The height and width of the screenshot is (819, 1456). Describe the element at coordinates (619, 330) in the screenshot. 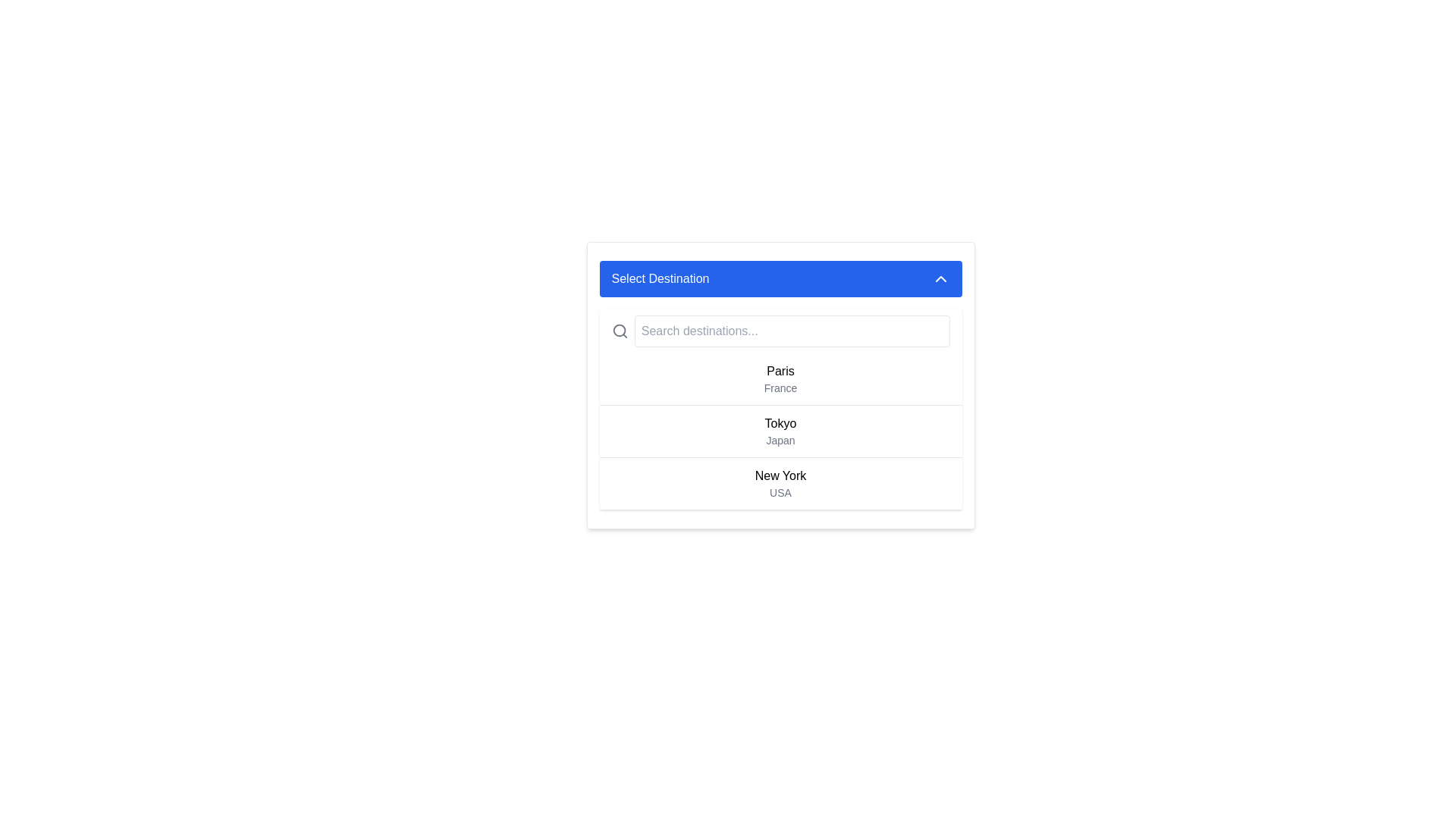

I see `the magnifying glass icon representing the search functionality, which is positioned to the left of the text input field in the dropdown interface` at that location.